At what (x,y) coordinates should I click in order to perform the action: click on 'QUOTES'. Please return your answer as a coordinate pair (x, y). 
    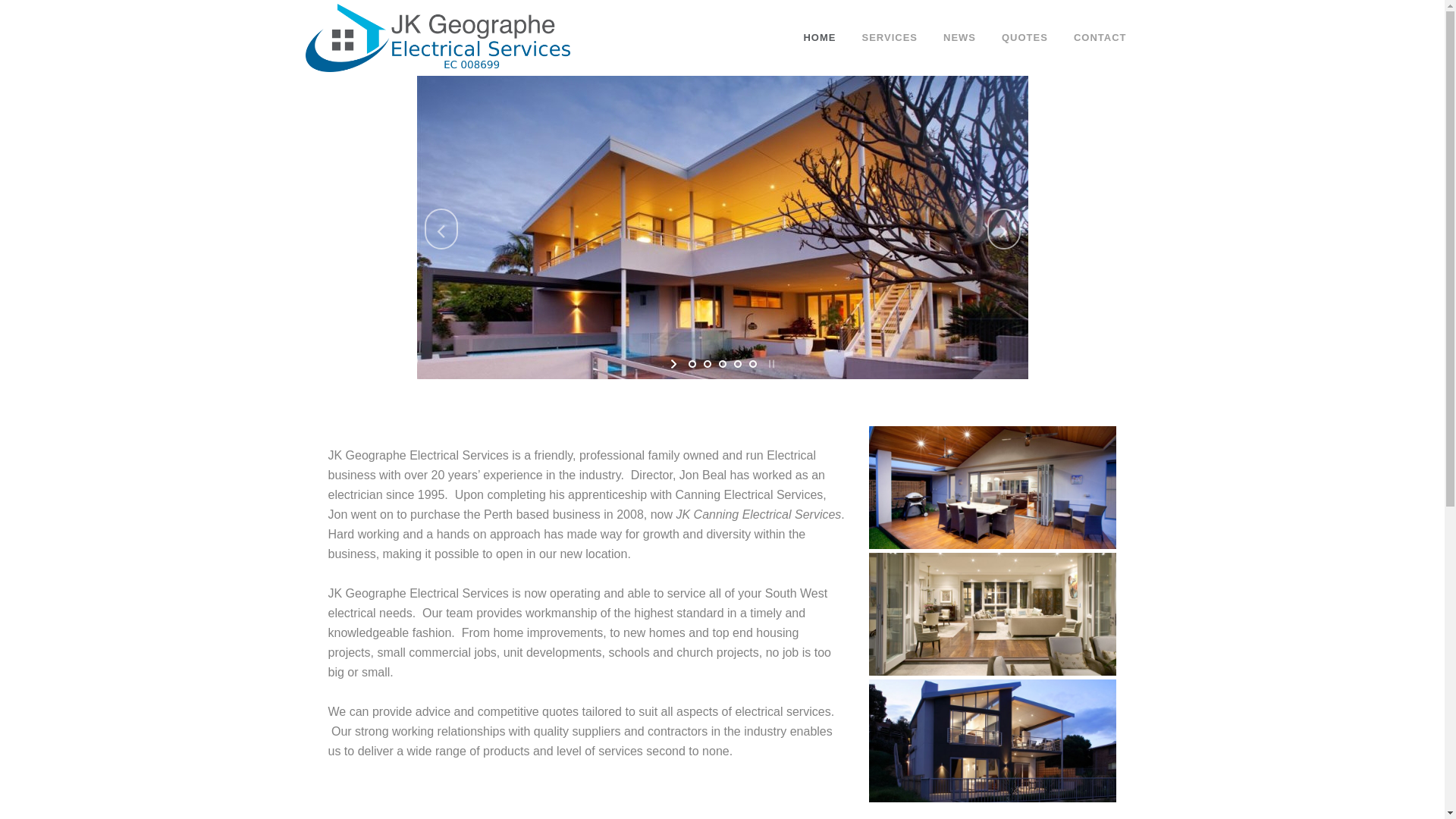
    Looking at the image, I should click on (989, 37).